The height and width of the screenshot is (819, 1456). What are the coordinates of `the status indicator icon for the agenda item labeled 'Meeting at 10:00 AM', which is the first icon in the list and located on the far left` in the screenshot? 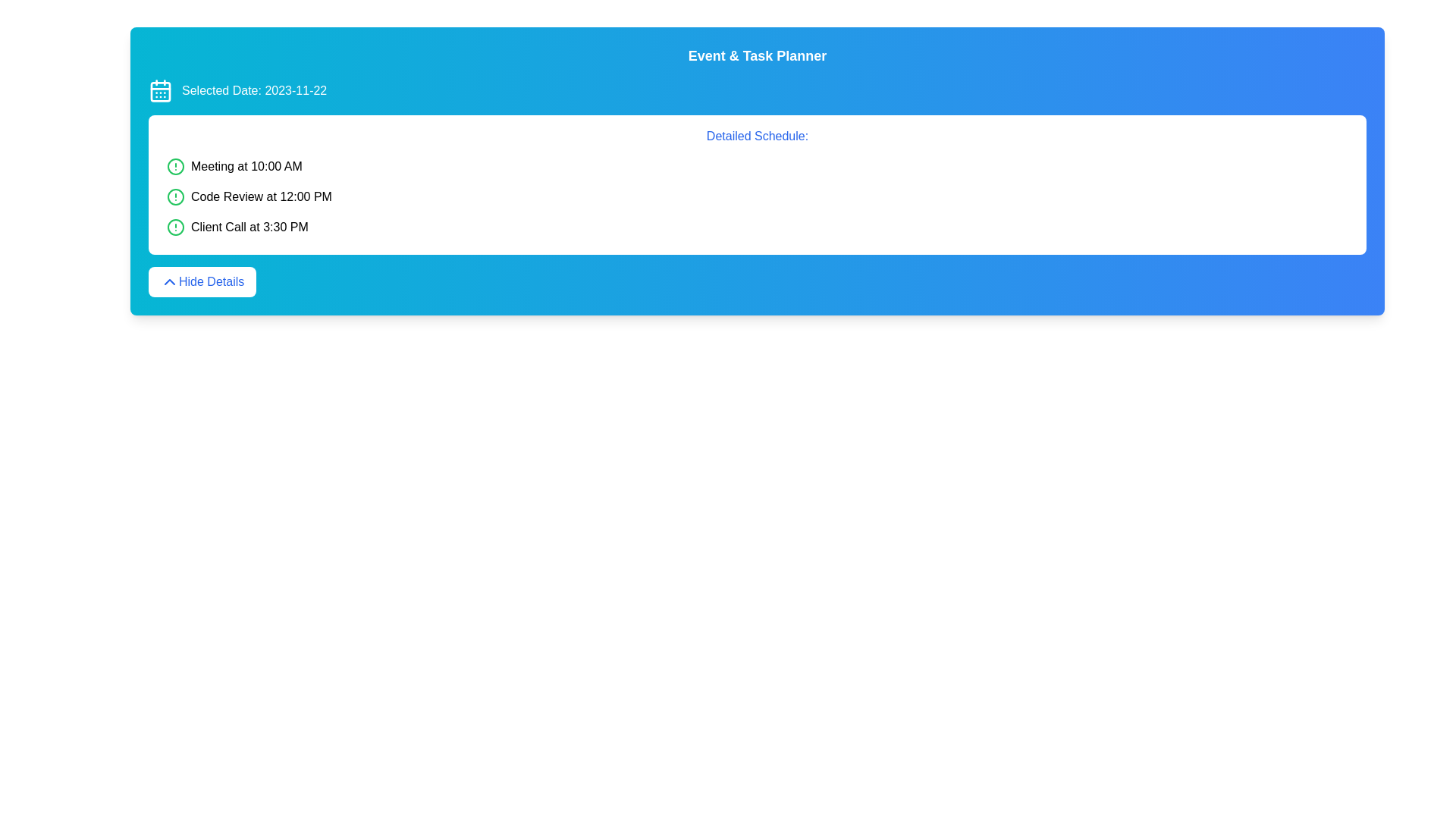 It's located at (175, 166).